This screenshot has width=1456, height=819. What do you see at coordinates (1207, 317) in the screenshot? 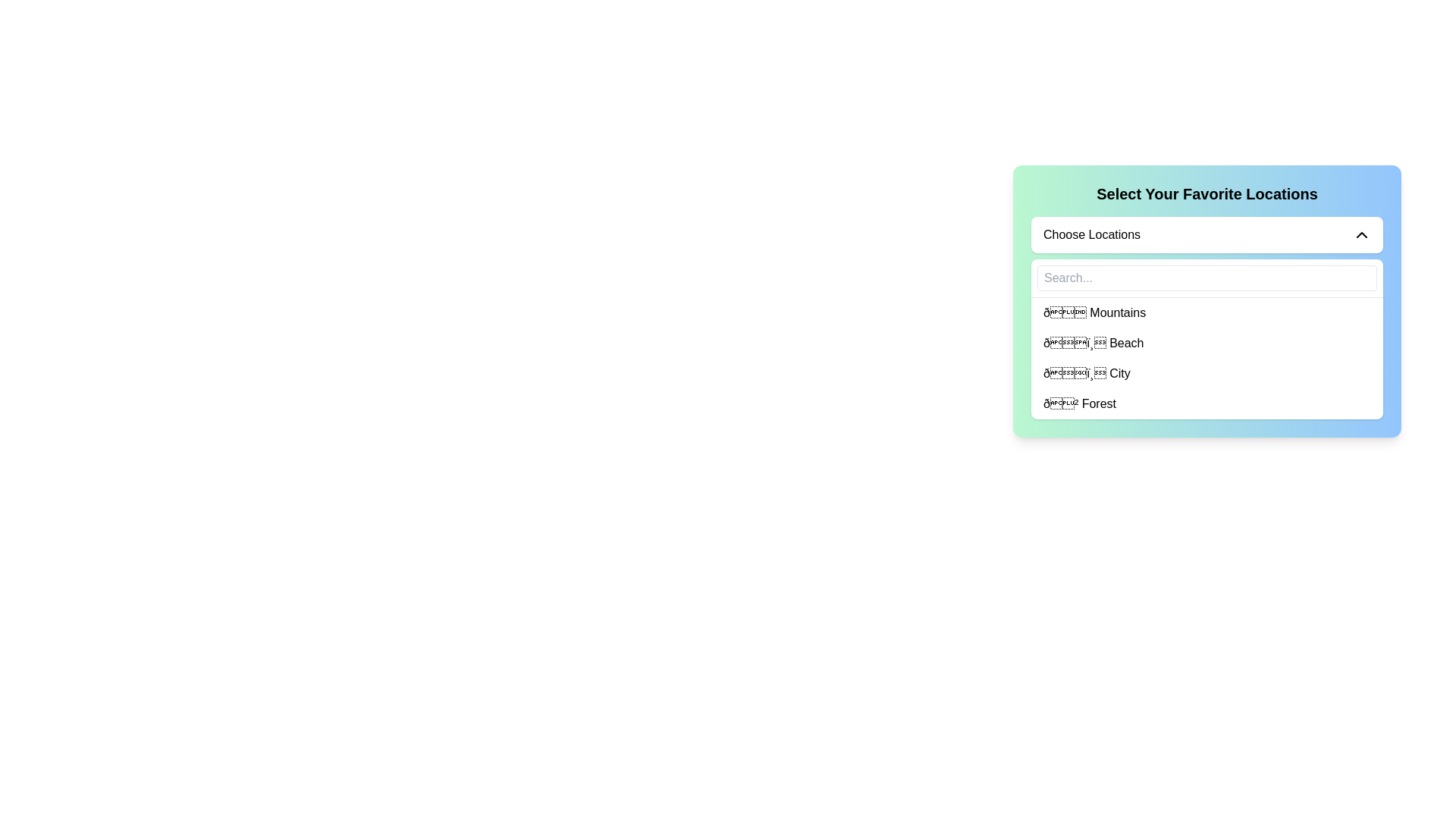
I see `the items in the dropdown menu located below the title 'Select Your Favorite Locations'` at bounding box center [1207, 317].